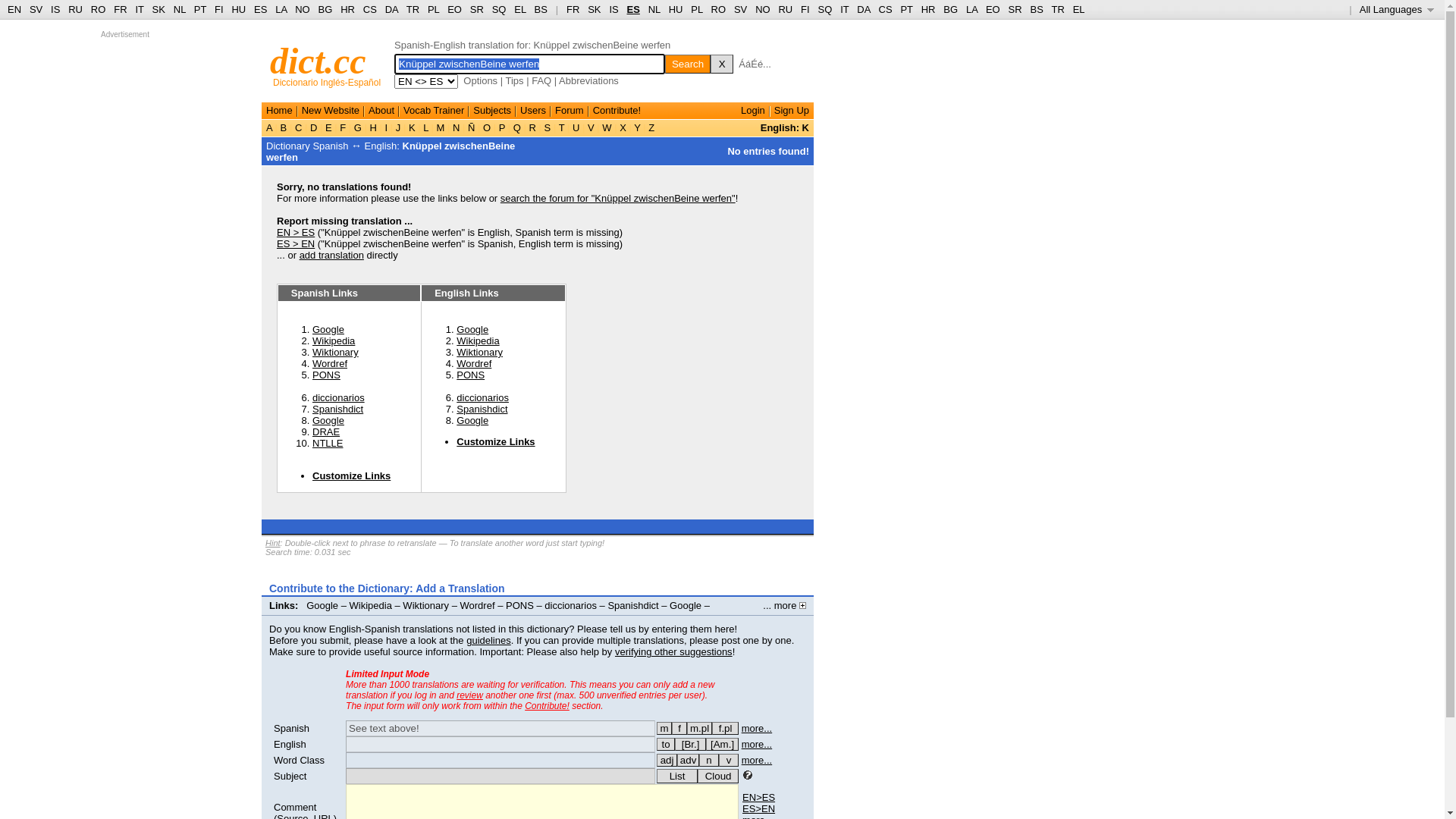  I want to click on 'f', so click(671, 727).